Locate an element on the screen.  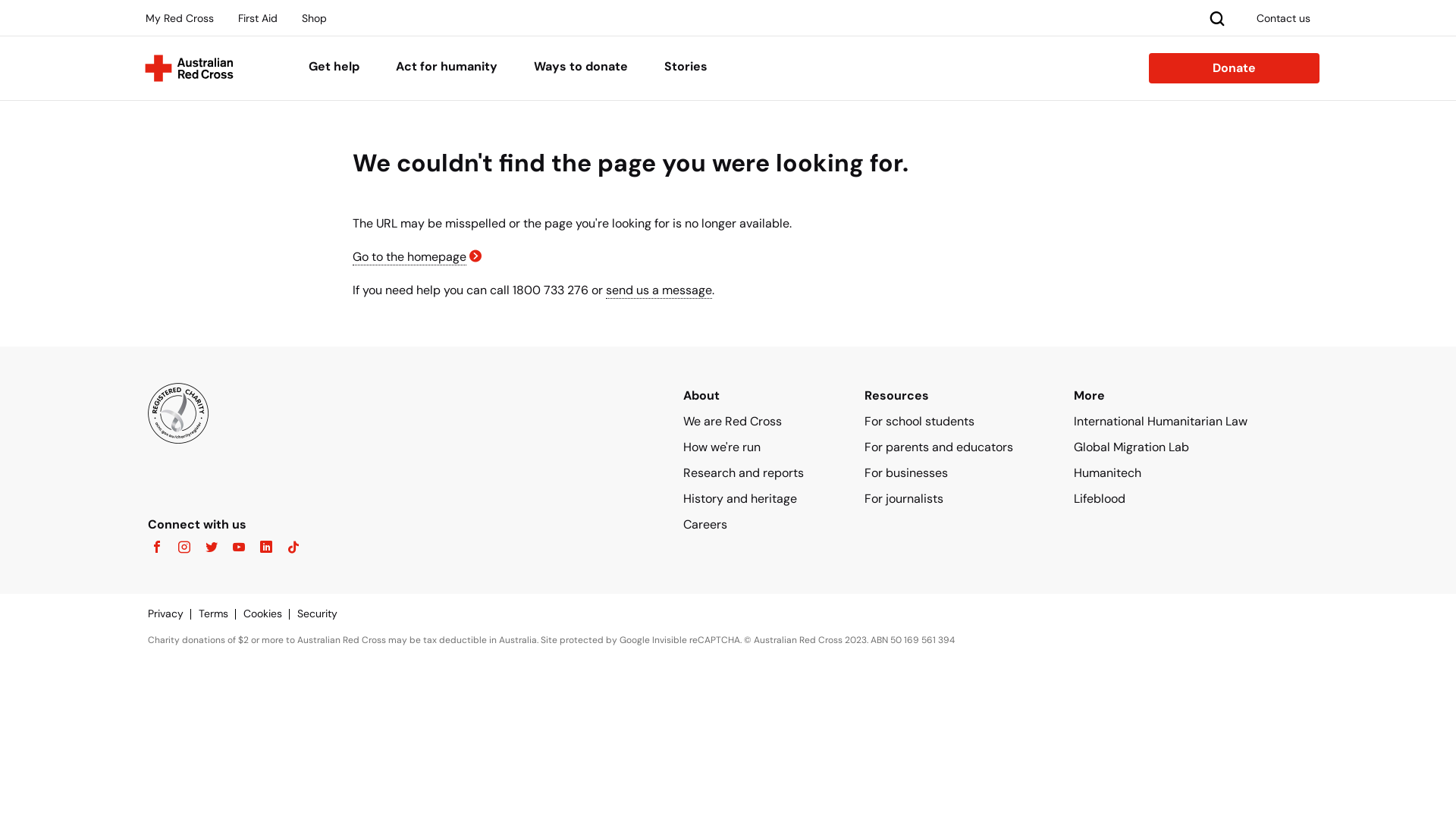
'Ways to donate' is located at coordinates (534, 67).